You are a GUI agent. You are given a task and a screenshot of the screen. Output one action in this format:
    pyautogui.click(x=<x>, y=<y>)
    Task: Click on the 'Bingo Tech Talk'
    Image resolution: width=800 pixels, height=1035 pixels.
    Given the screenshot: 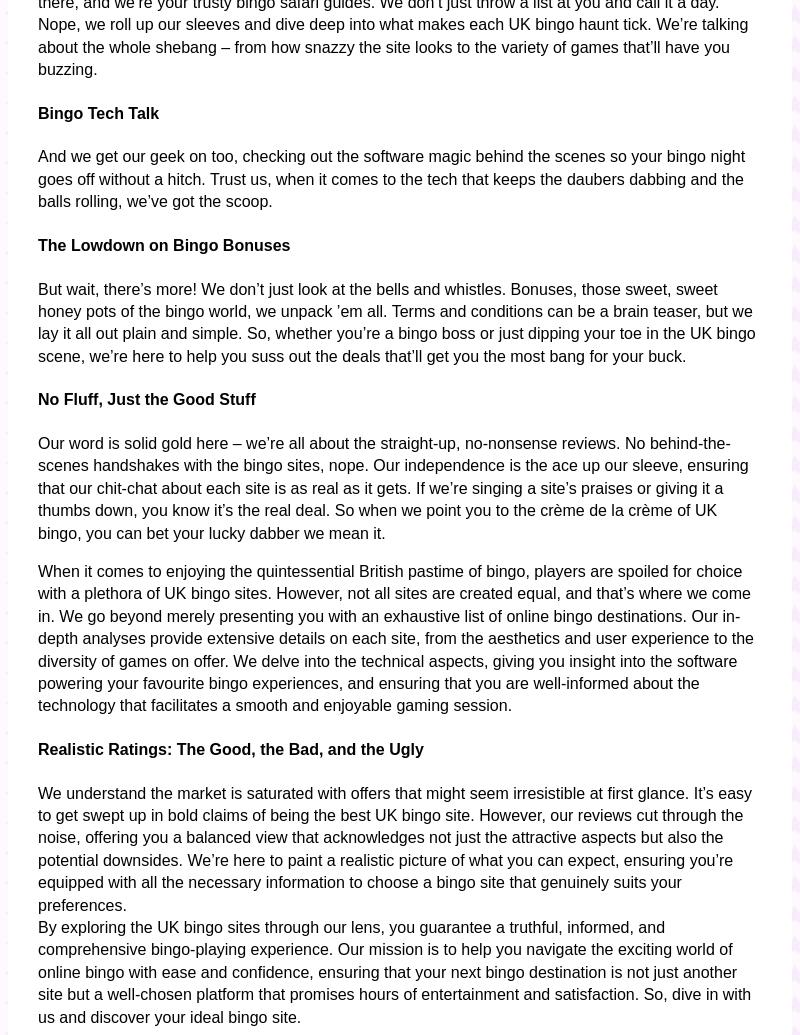 What is the action you would take?
    pyautogui.click(x=37, y=112)
    